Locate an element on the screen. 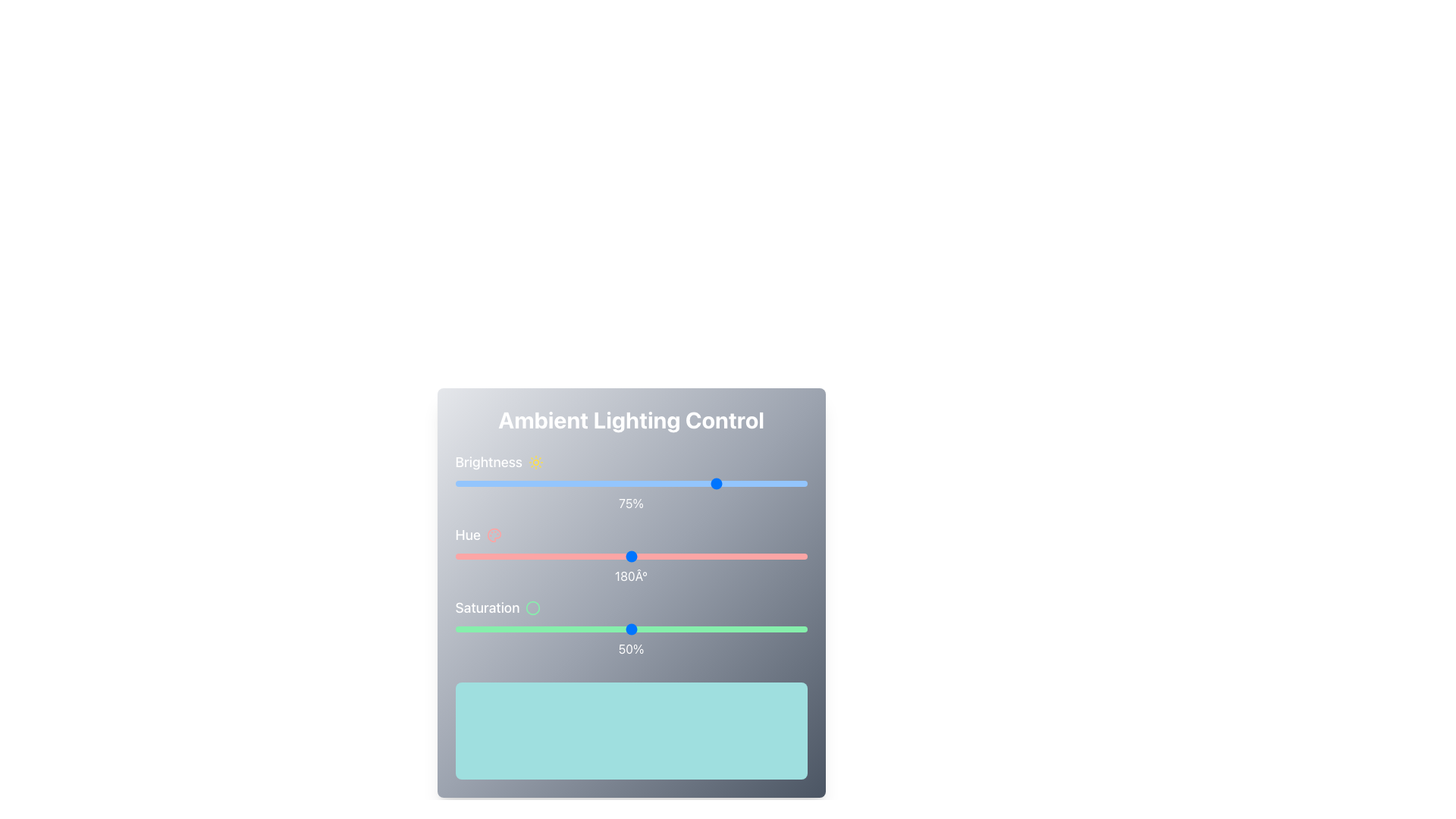 The image size is (1456, 819). the visual indicator (circle with border) that represents the 'Saturation' status in the Ambient Lighting Control interface is located at coordinates (533, 607).